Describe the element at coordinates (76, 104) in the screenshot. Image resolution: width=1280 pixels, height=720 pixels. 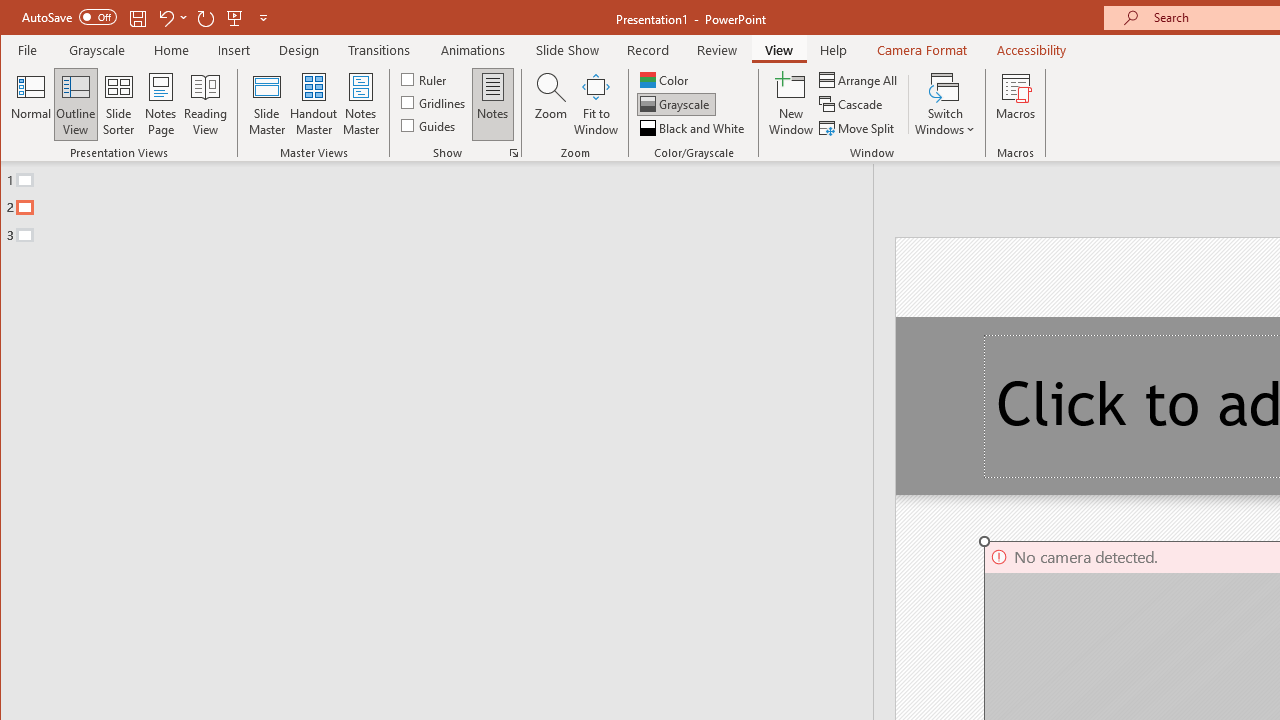
I see `'Outline View'` at that location.